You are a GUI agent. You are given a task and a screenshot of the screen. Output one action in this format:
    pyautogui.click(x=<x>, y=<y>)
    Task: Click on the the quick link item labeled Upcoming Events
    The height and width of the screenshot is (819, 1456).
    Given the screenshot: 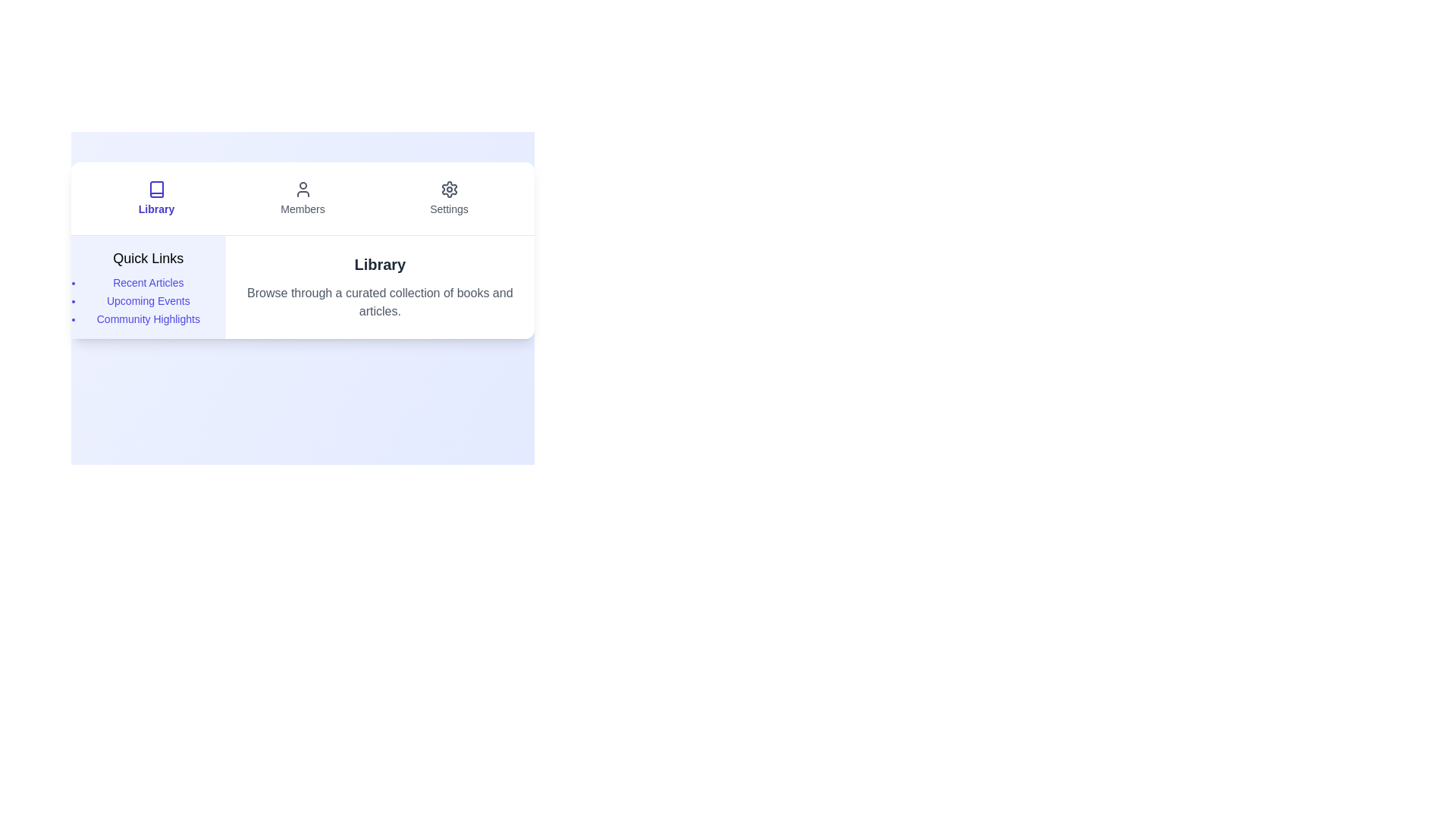 What is the action you would take?
    pyautogui.click(x=148, y=301)
    